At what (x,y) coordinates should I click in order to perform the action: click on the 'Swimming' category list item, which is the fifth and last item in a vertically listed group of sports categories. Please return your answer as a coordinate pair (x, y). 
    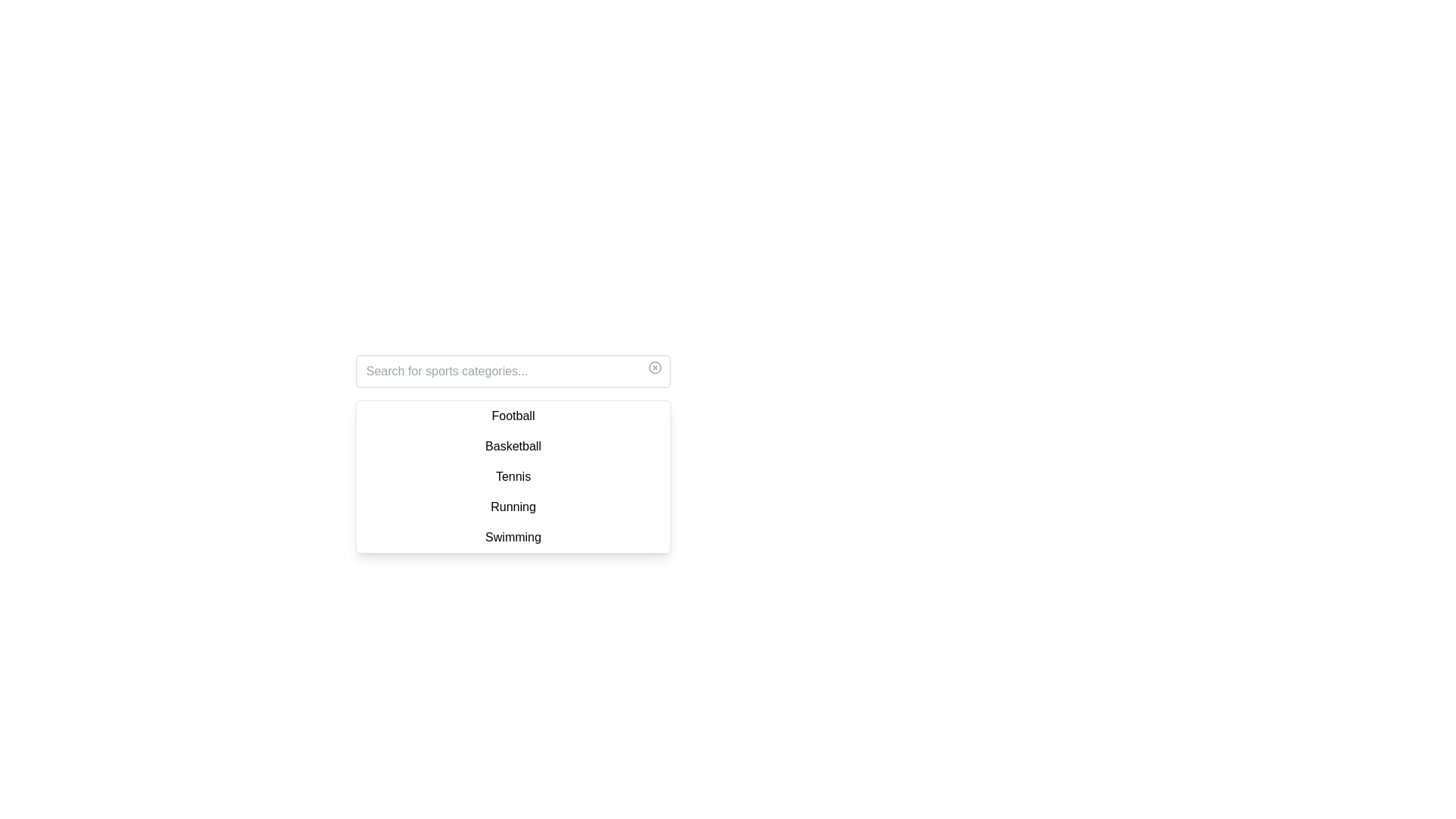
    Looking at the image, I should click on (513, 537).